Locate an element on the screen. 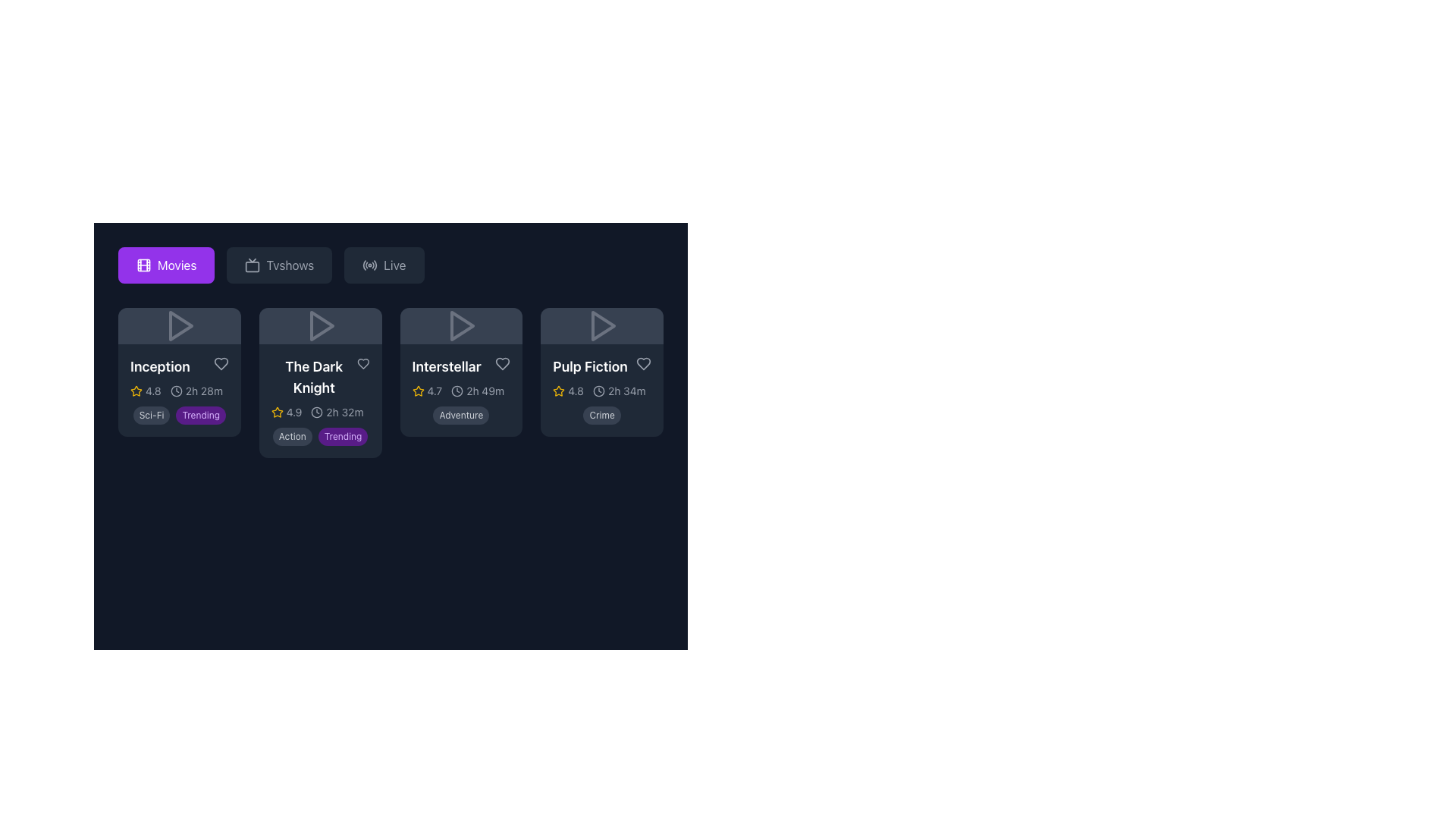  the SVG circle element with a black outline, which is centered within the clock icon and located above the '2h 28m' text label in the 'Inception' movie card under the 'Movies' tab is located at coordinates (176, 391).